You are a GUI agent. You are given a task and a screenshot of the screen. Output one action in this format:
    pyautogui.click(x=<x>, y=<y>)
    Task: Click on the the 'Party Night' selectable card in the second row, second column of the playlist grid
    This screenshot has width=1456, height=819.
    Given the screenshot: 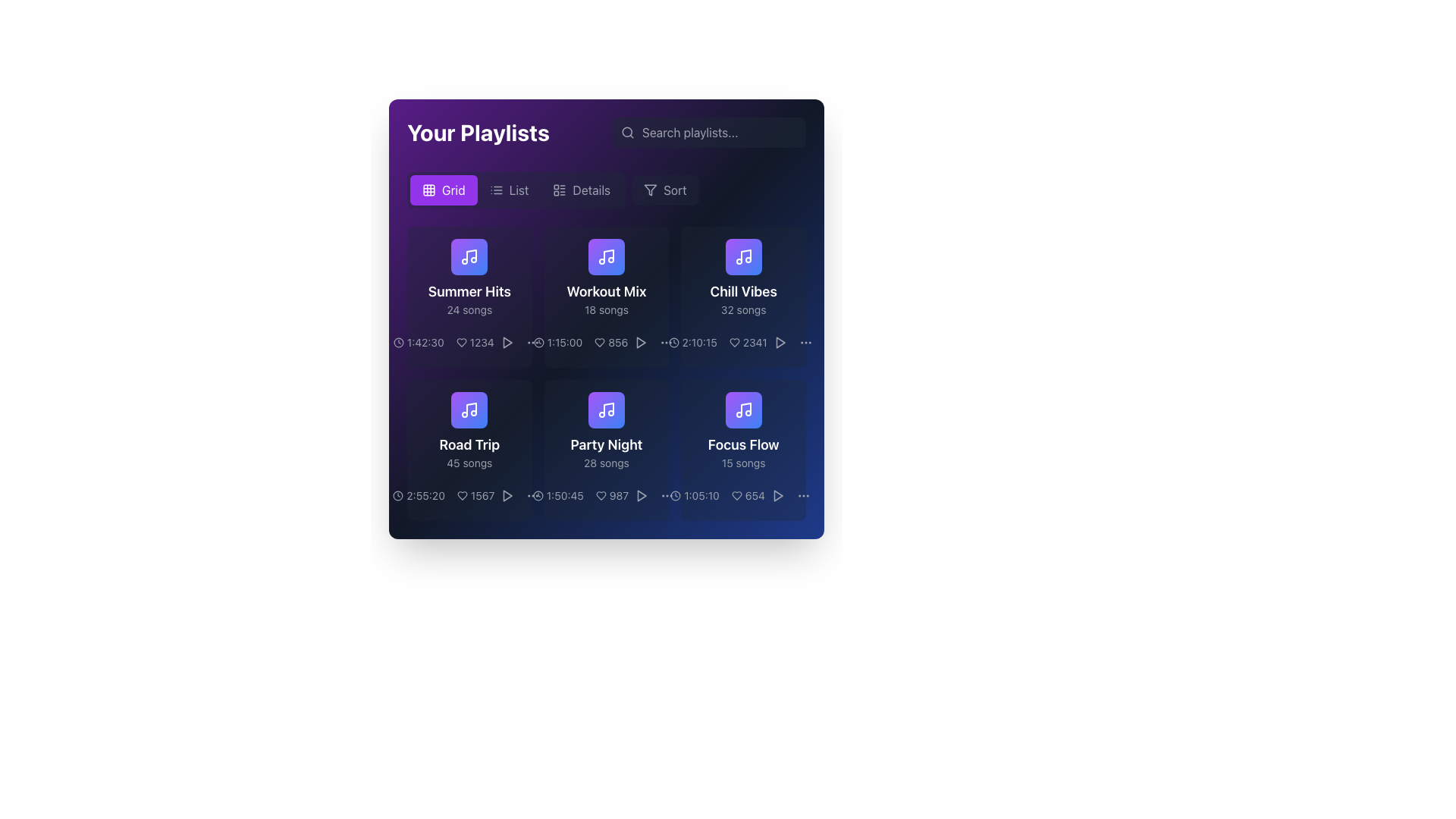 What is the action you would take?
    pyautogui.click(x=607, y=431)
    